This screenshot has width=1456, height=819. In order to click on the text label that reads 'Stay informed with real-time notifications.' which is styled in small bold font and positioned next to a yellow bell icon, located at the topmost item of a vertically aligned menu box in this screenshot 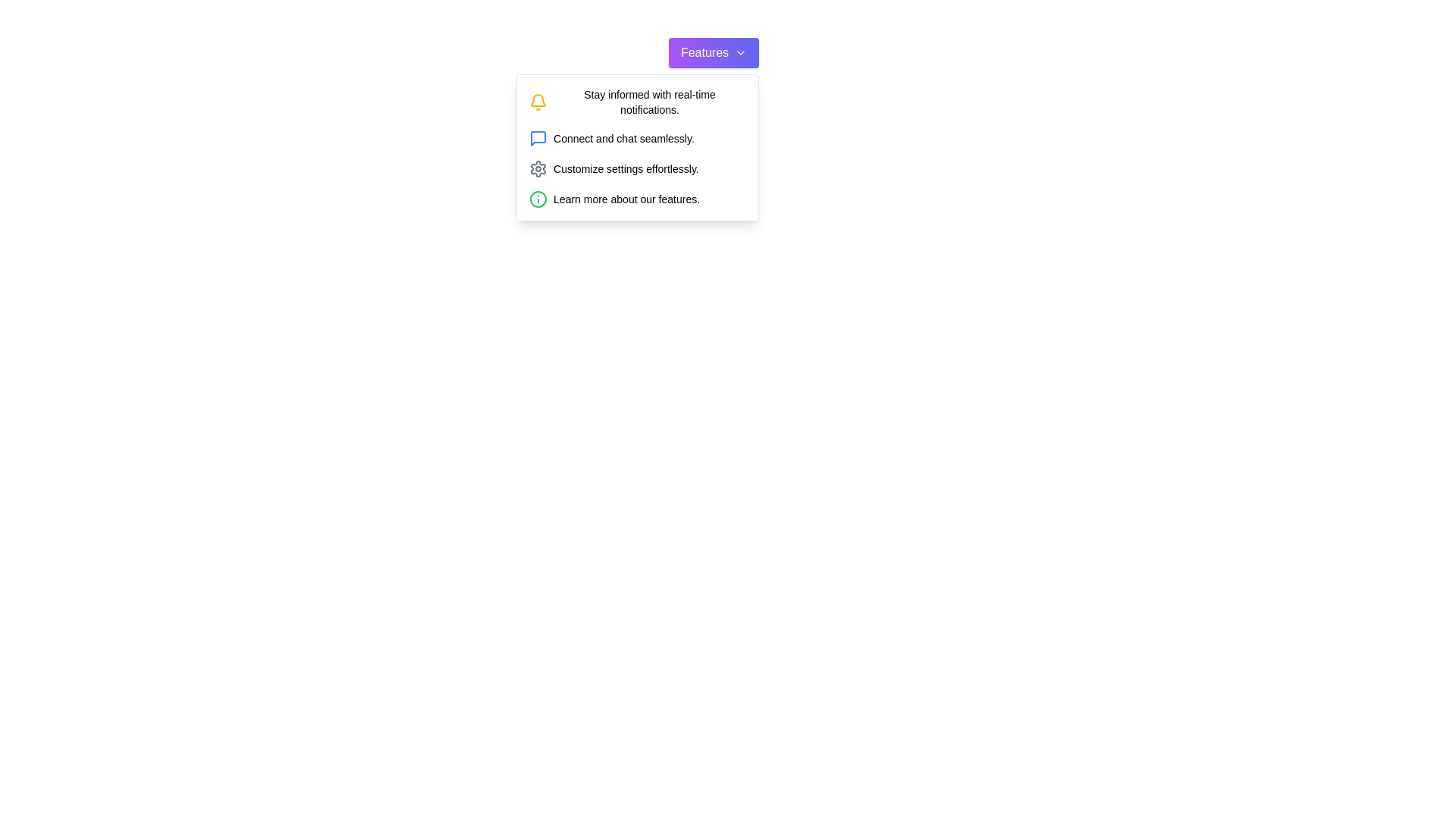, I will do `click(650, 102)`.